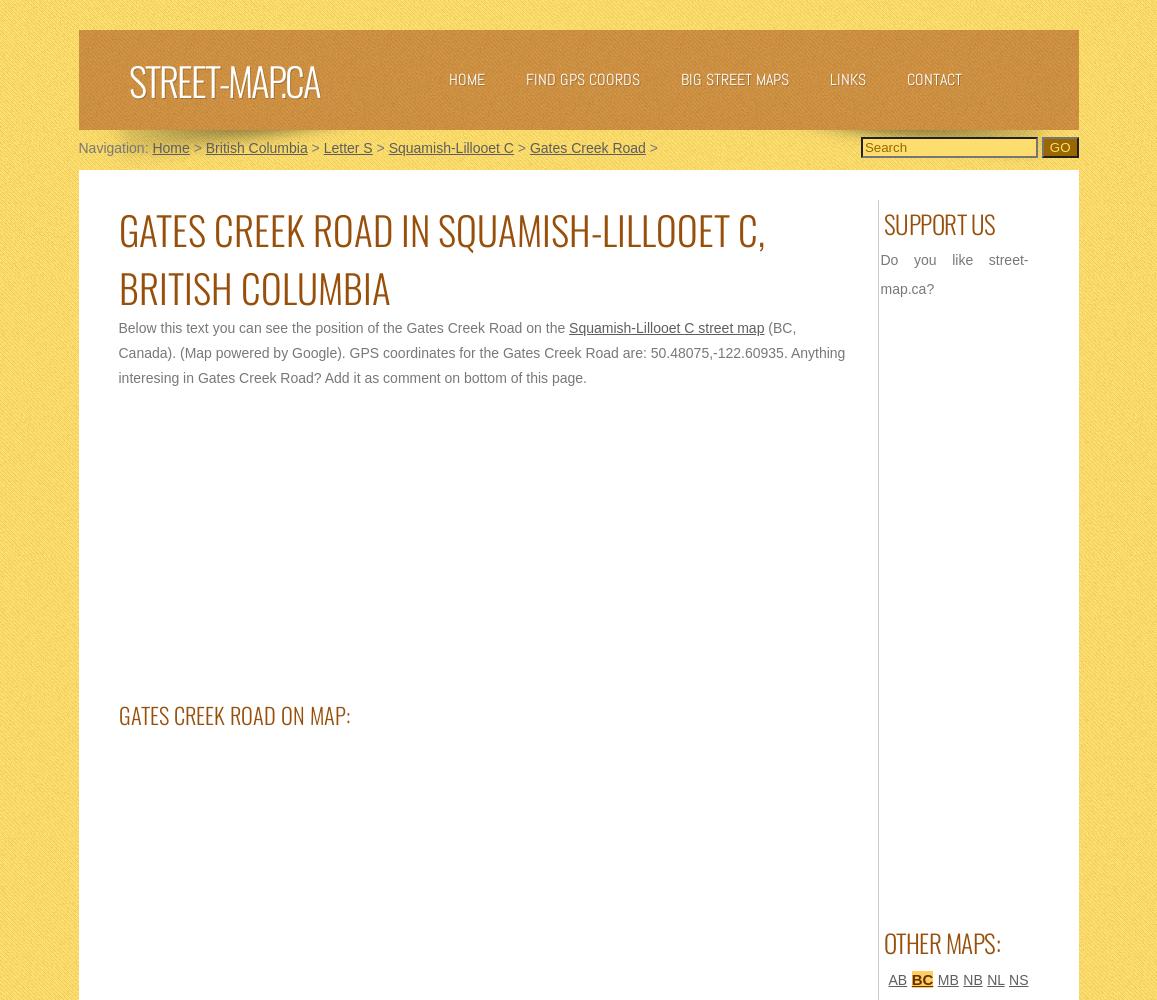 The image size is (1157, 1000). What do you see at coordinates (256, 148) in the screenshot?
I see `'British Columbia'` at bounding box center [256, 148].